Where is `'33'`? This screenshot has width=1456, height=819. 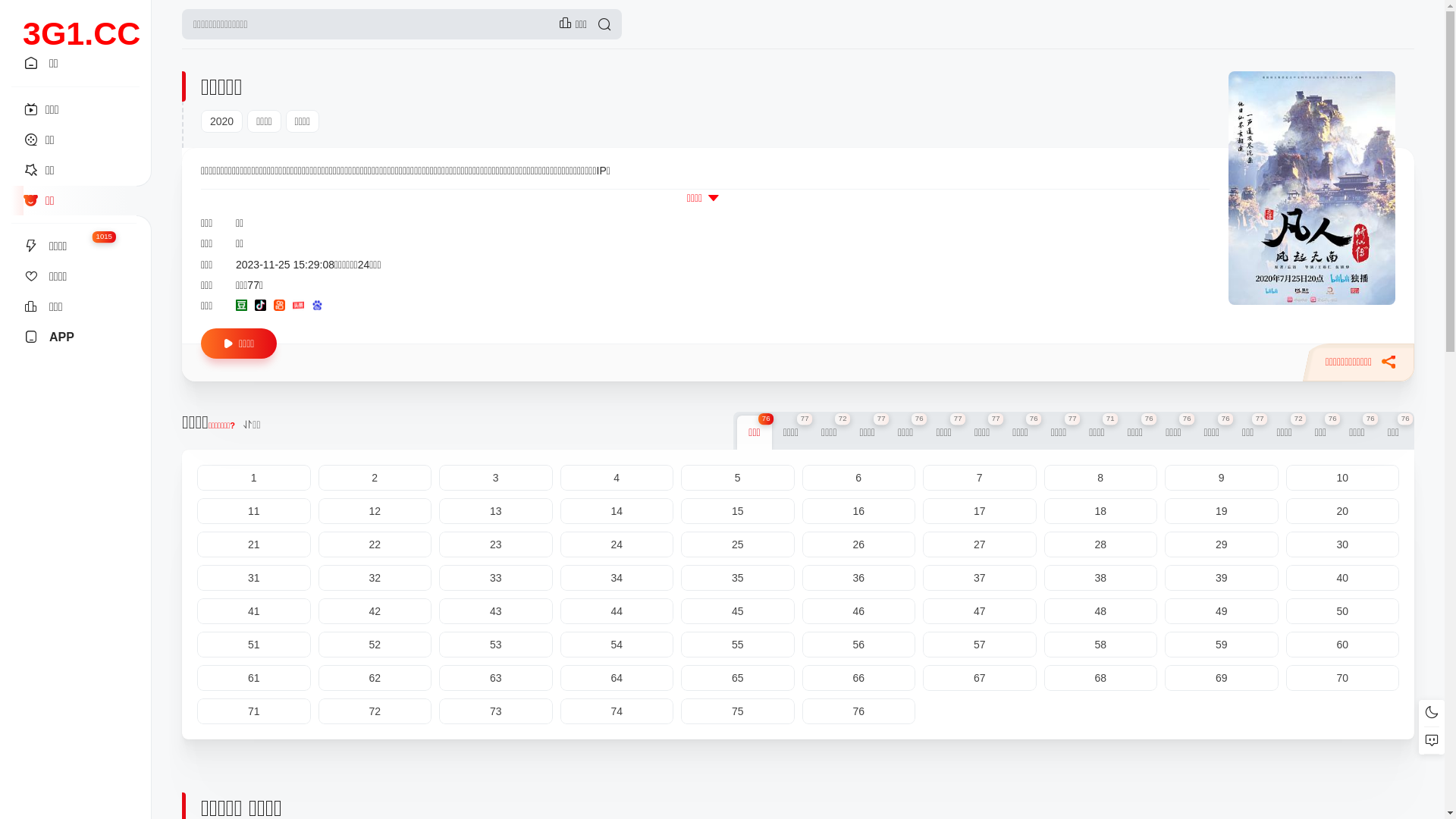
'33' is located at coordinates (438, 578).